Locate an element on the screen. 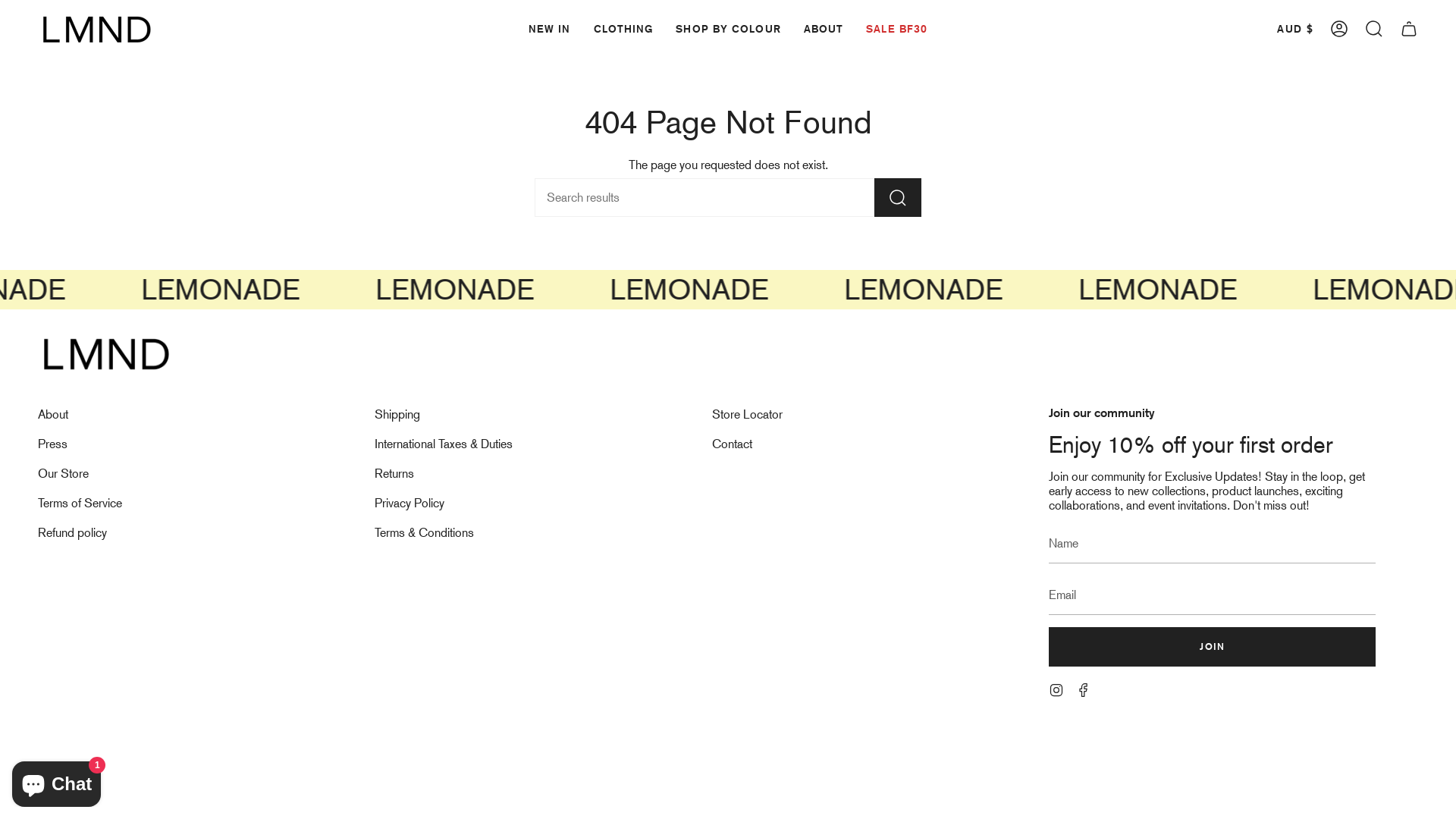 Image resolution: width=1456 pixels, height=819 pixels. 'SALE BF30' is located at coordinates (896, 29).